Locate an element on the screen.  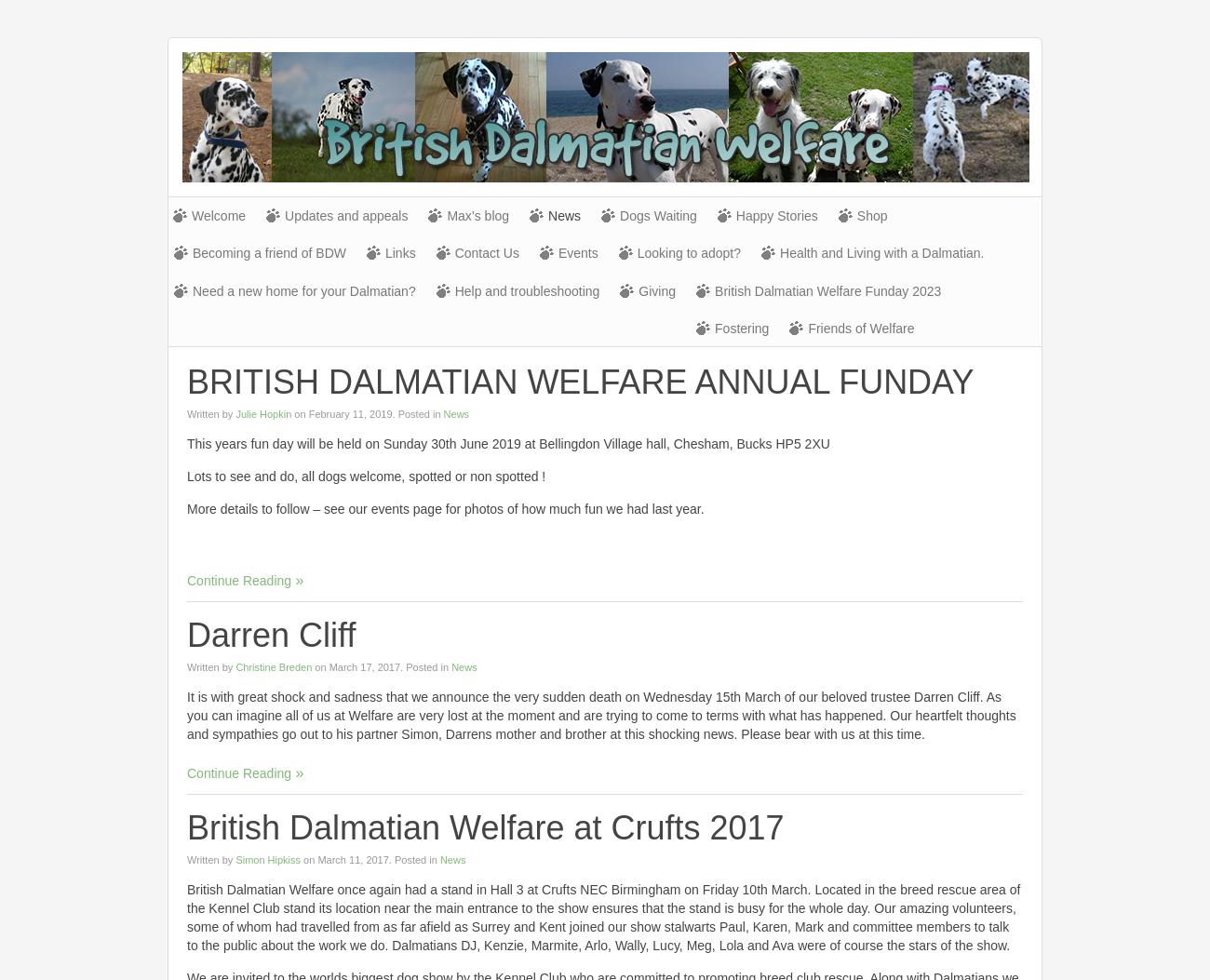
'BRITISH DALMATIAN WELFARE ANNUAL FUNDAY' is located at coordinates (580, 382).